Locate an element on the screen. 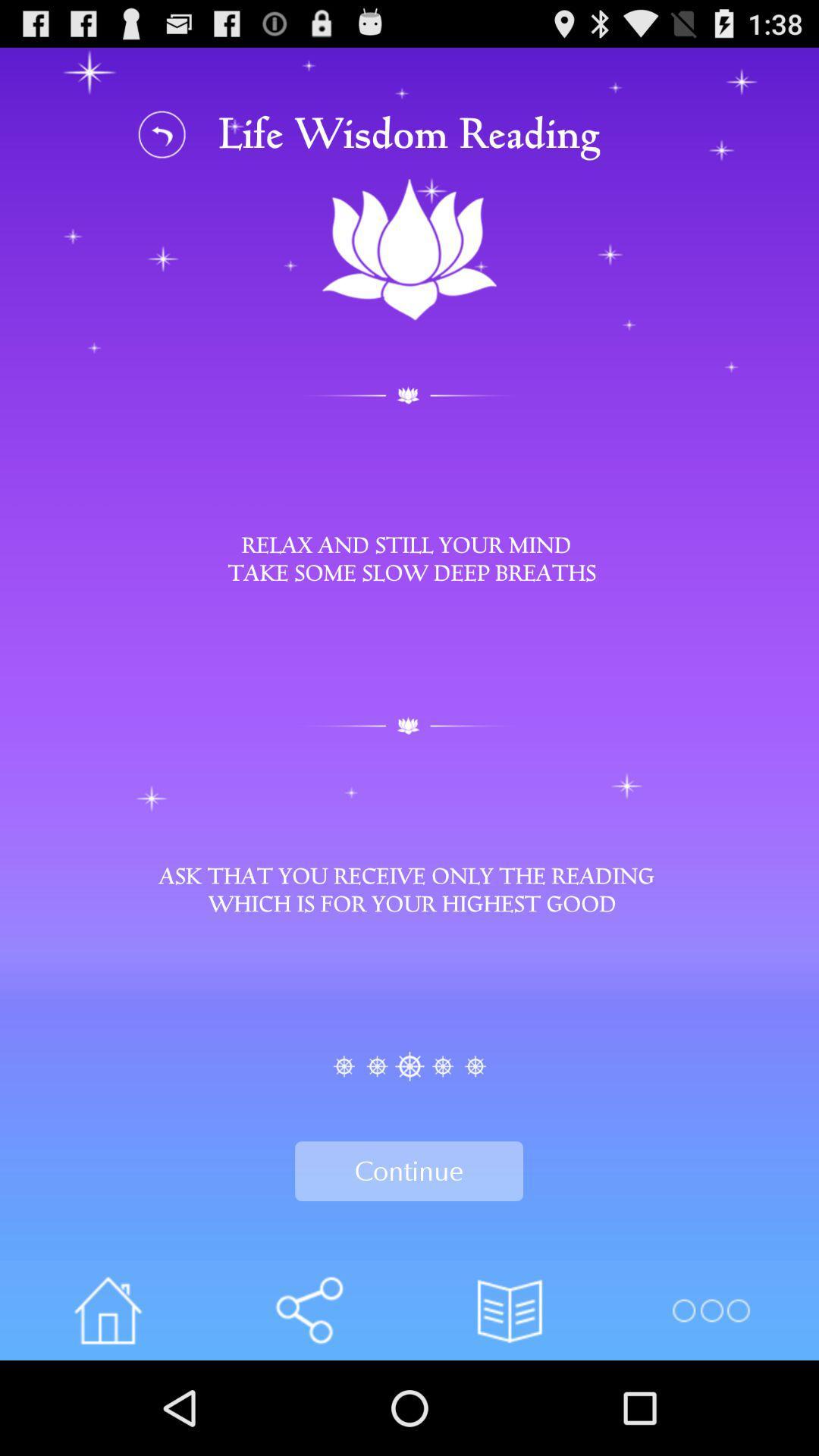  the icon left of share icon is located at coordinates (107, 1310).